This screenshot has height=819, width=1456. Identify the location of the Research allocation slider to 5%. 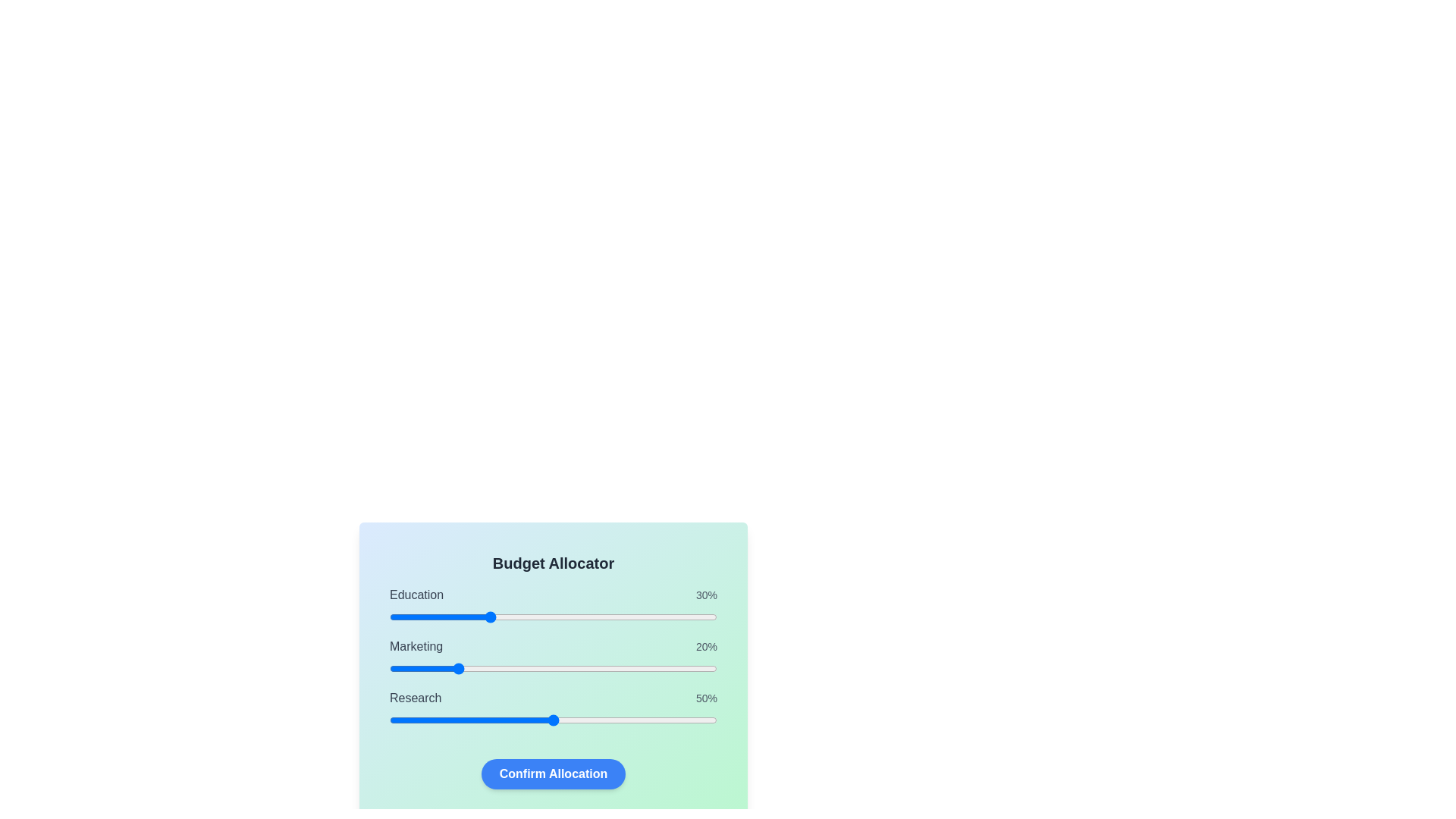
(406, 719).